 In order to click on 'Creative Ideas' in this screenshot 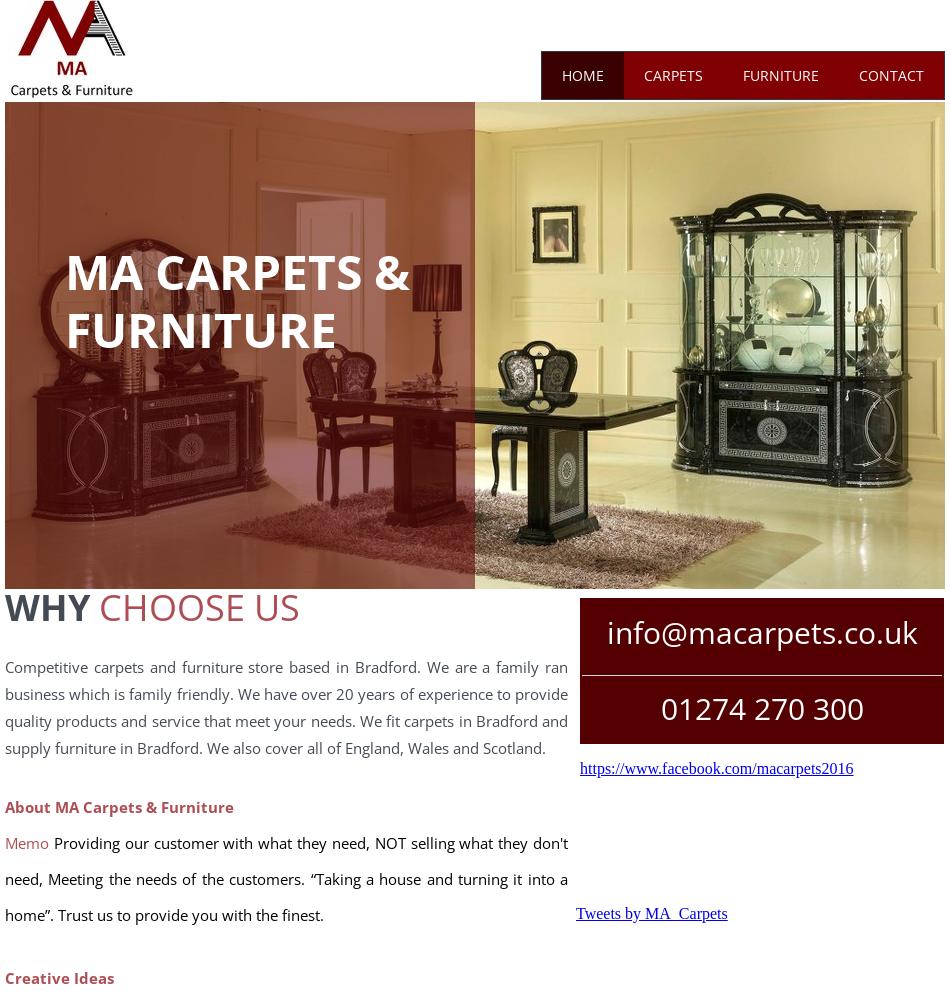, I will do `click(59, 977)`.